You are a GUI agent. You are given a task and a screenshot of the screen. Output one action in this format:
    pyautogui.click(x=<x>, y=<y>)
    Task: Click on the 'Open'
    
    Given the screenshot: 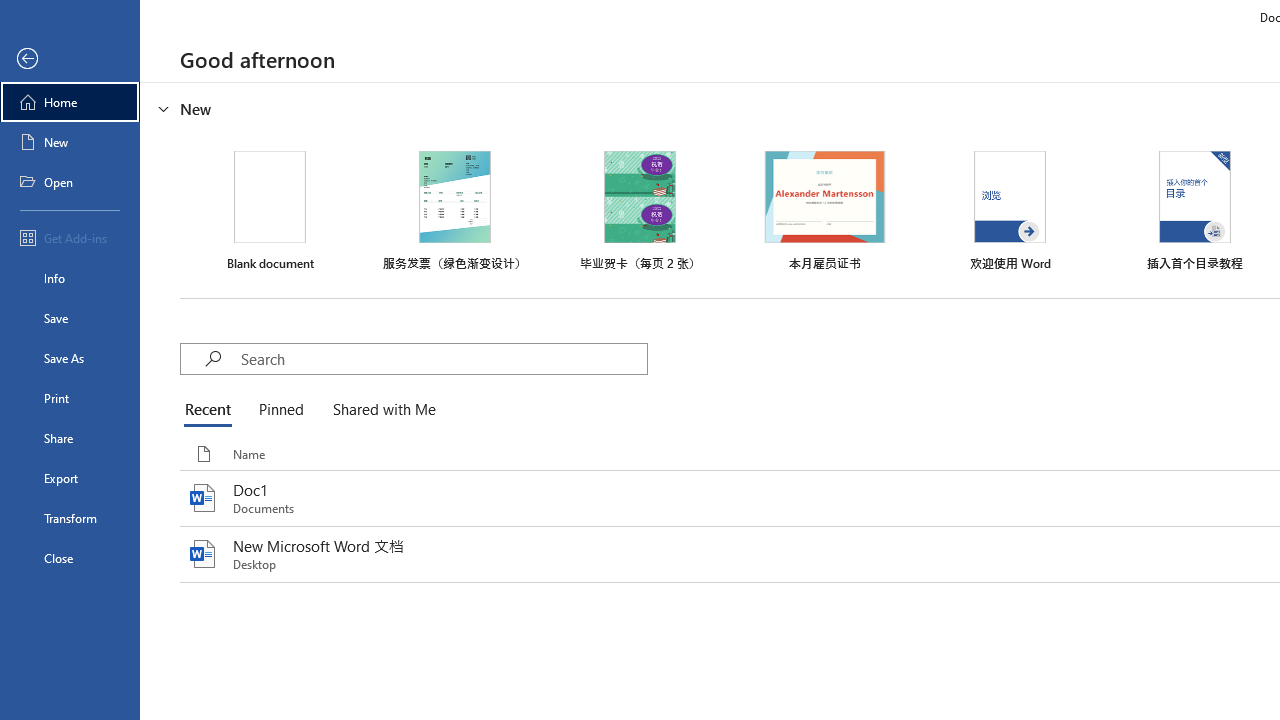 What is the action you would take?
    pyautogui.click(x=69, y=182)
    